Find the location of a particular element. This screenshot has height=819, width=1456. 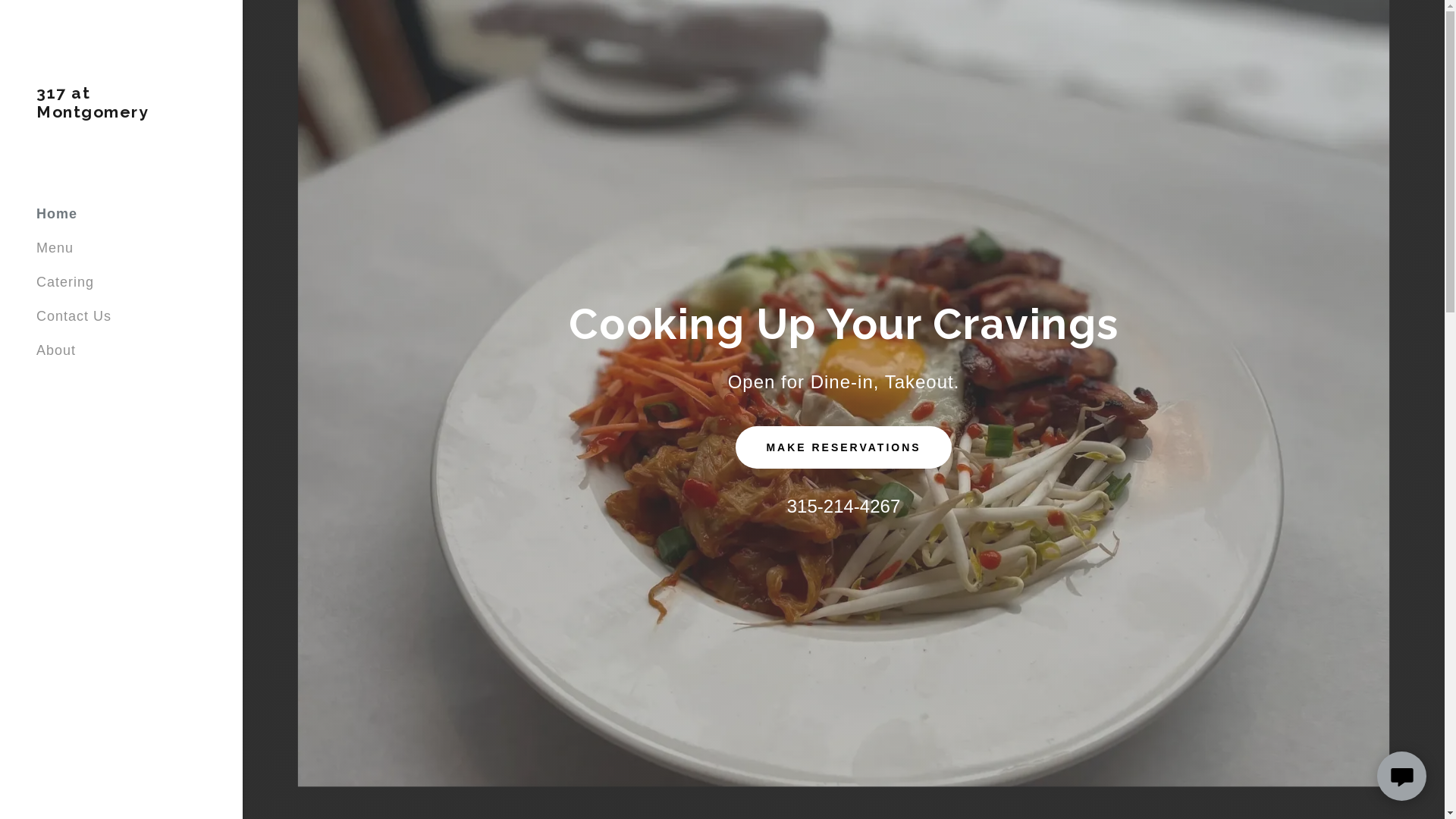

'About' is located at coordinates (55, 350).